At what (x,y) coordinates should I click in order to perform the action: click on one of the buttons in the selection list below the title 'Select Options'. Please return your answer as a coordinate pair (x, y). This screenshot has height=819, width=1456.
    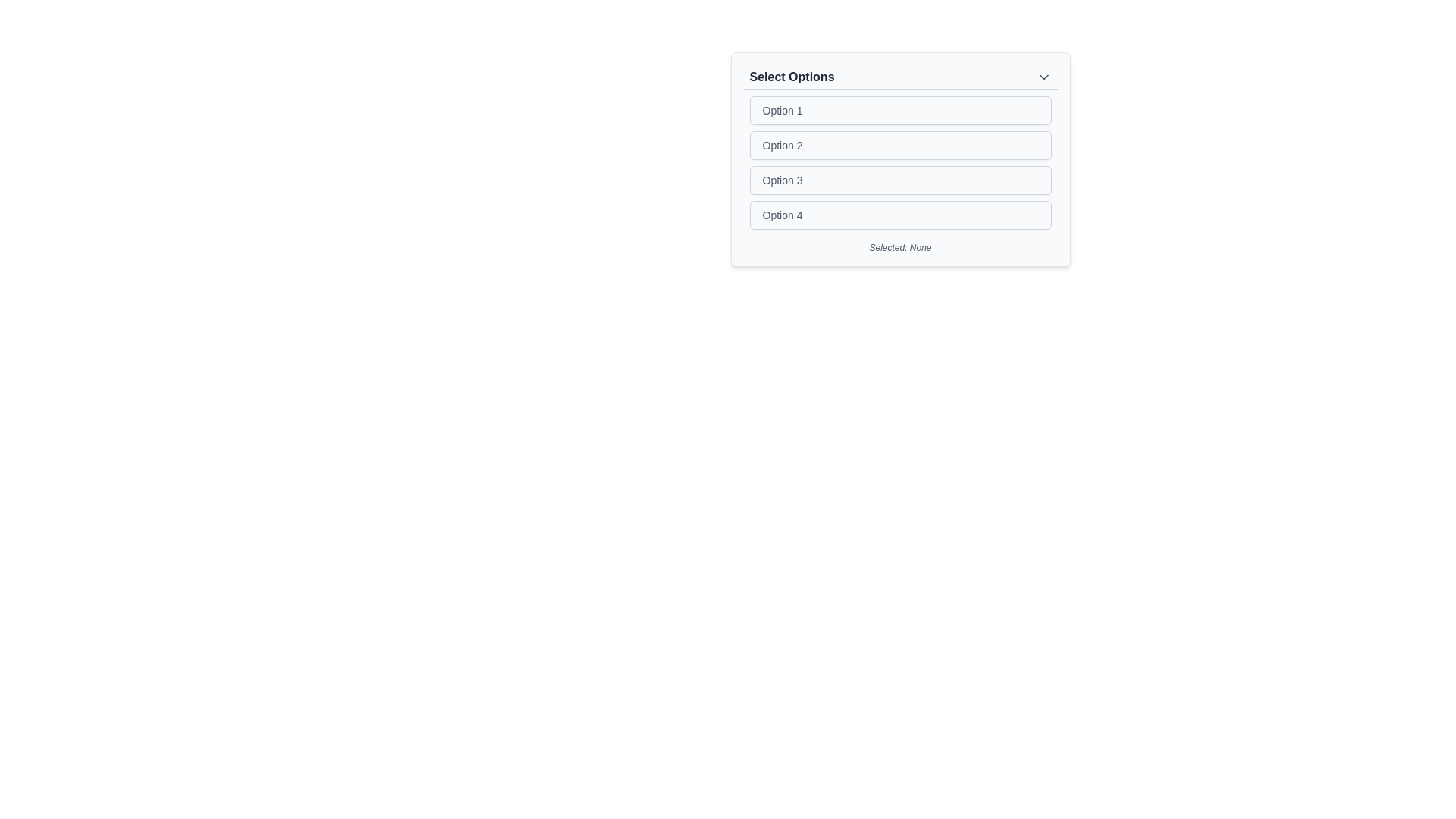
    Looking at the image, I should click on (900, 163).